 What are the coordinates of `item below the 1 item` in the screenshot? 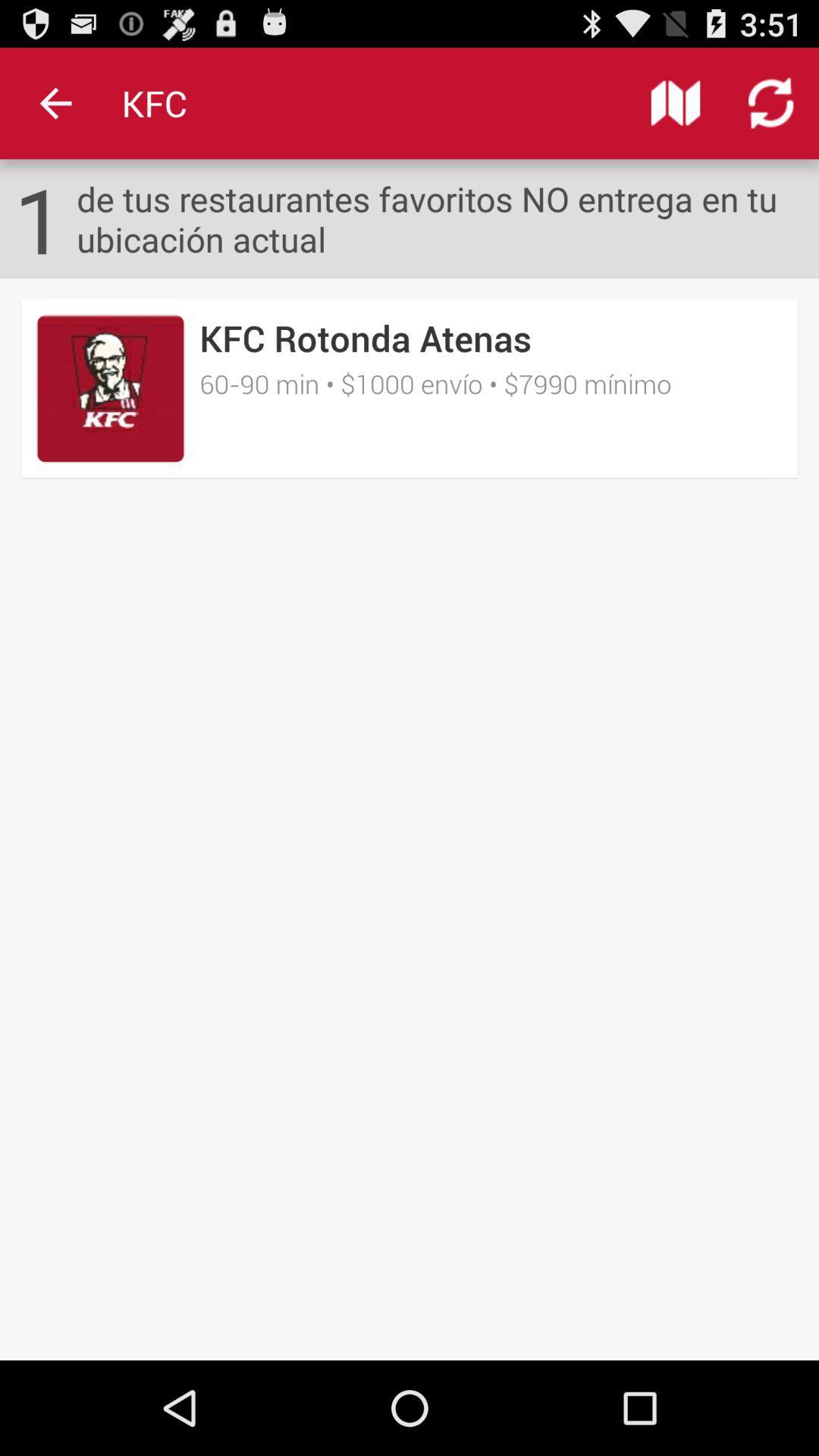 It's located at (409, 388).